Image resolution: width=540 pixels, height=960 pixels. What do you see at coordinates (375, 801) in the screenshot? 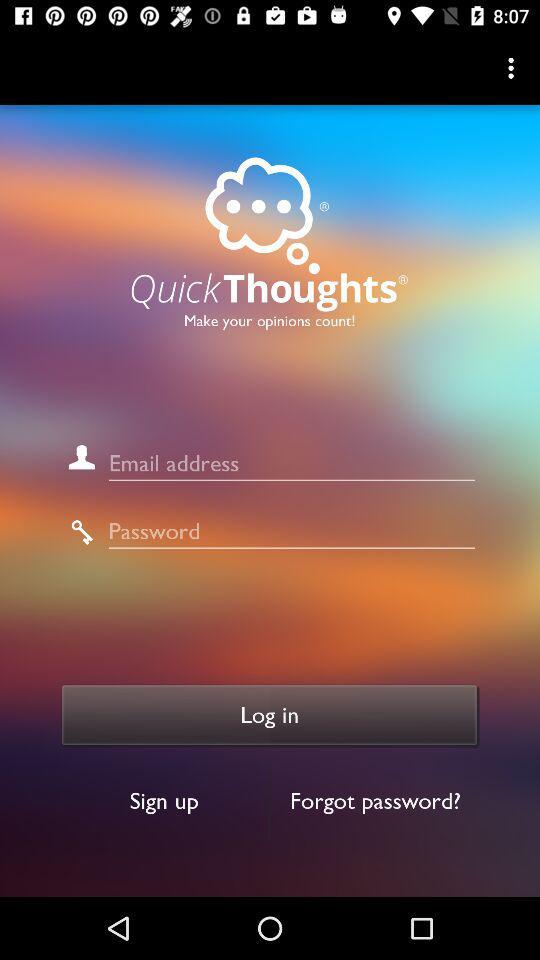
I see `the forgot password?` at bounding box center [375, 801].